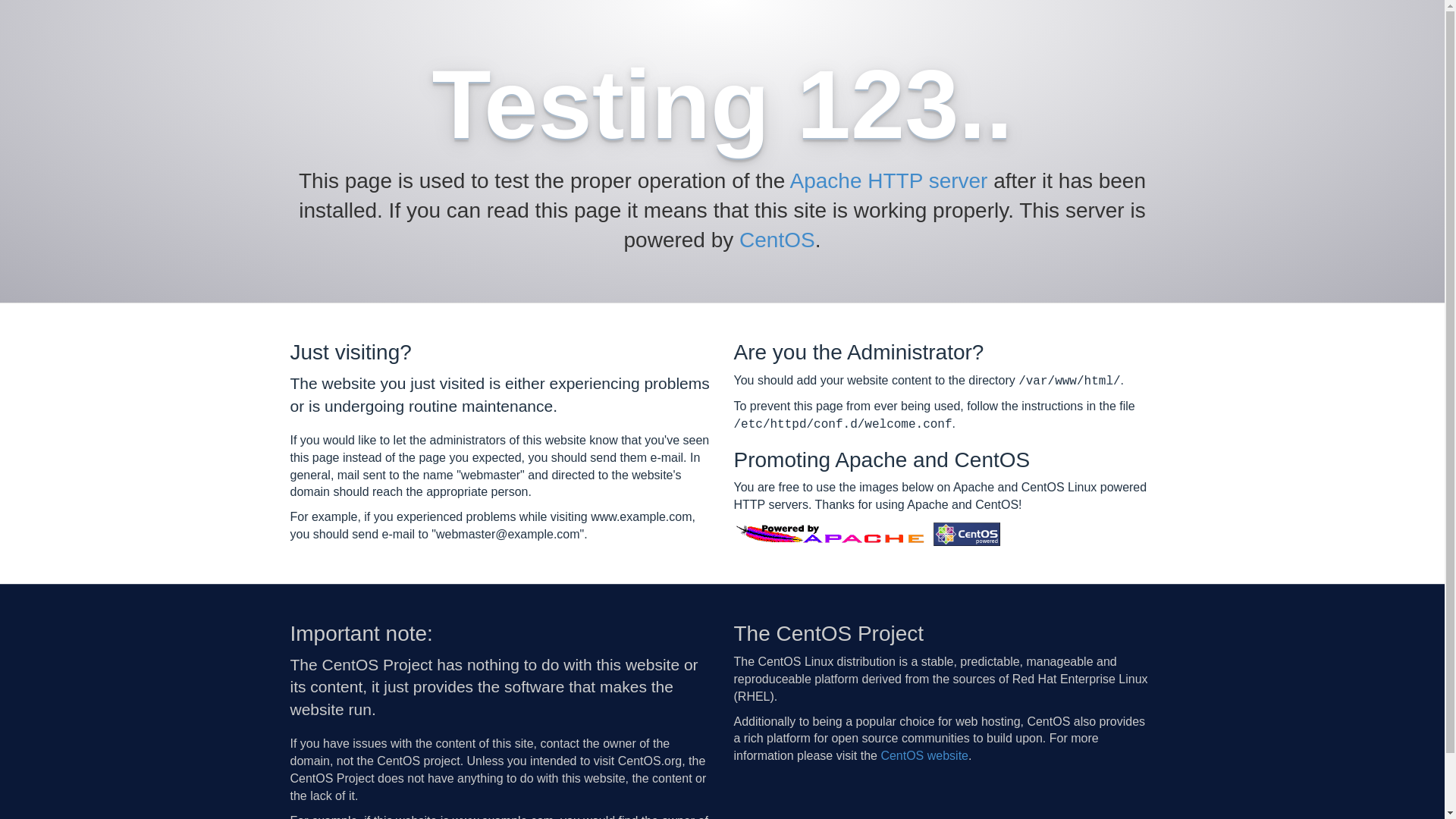 The width and height of the screenshot is (1456, 819). What do you see at coordinates (889, 180) in the screenshot?
I see `'Apache HTTP server'` at bounding box center [889, 180].